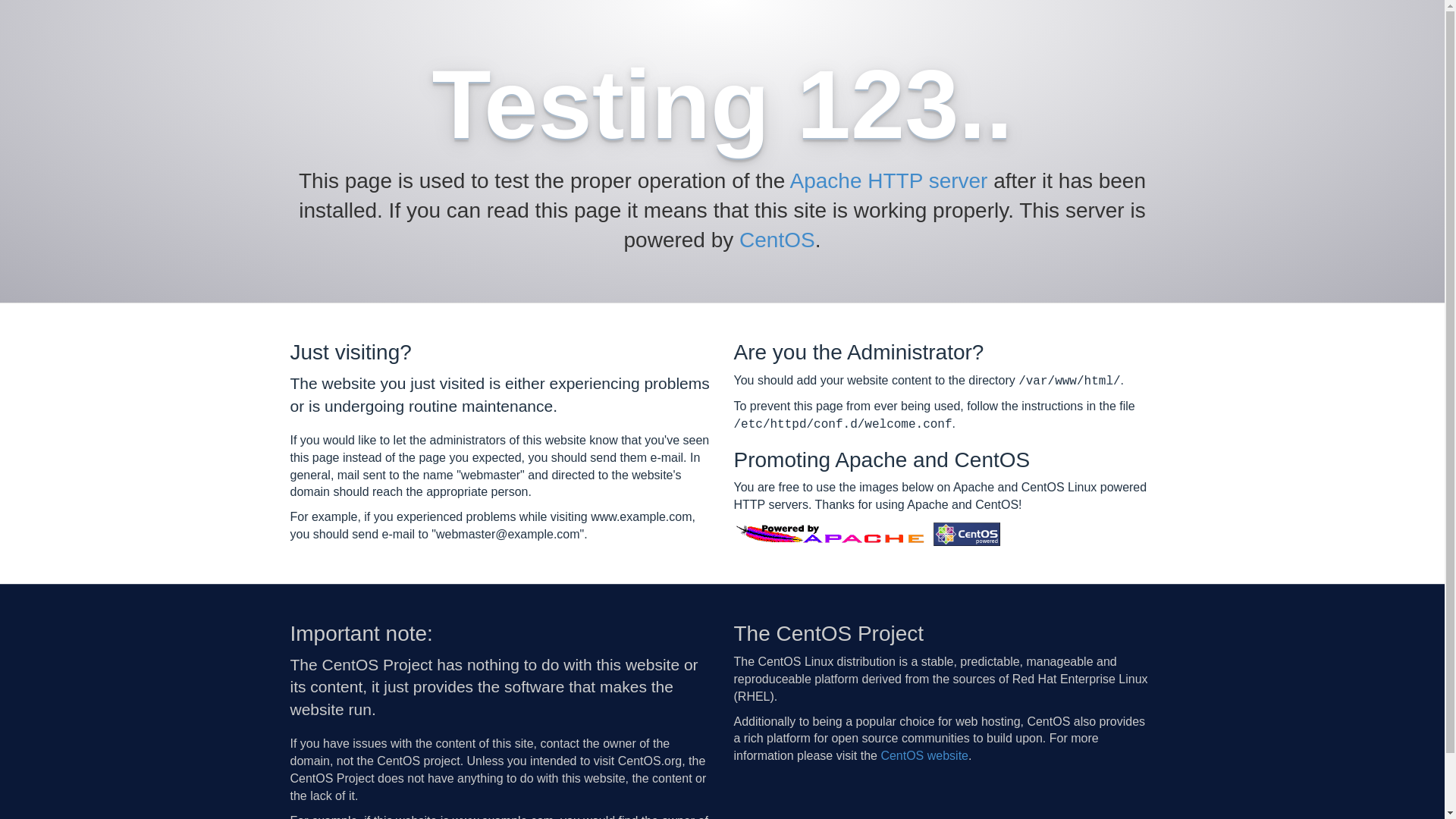 The width and height of the screenshot is (1456, 819). What do you see at coordinates (889, 180) in the screenshot?
I see `'Apache HTTP server'` at bounding box center [889, 180].